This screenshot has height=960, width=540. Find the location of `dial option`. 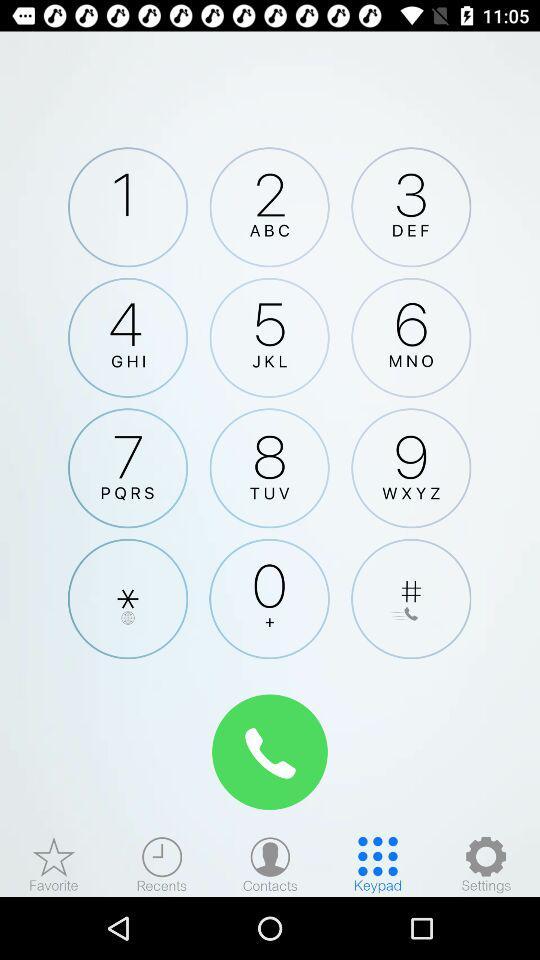

dial option is located at coordinates (269, 599).